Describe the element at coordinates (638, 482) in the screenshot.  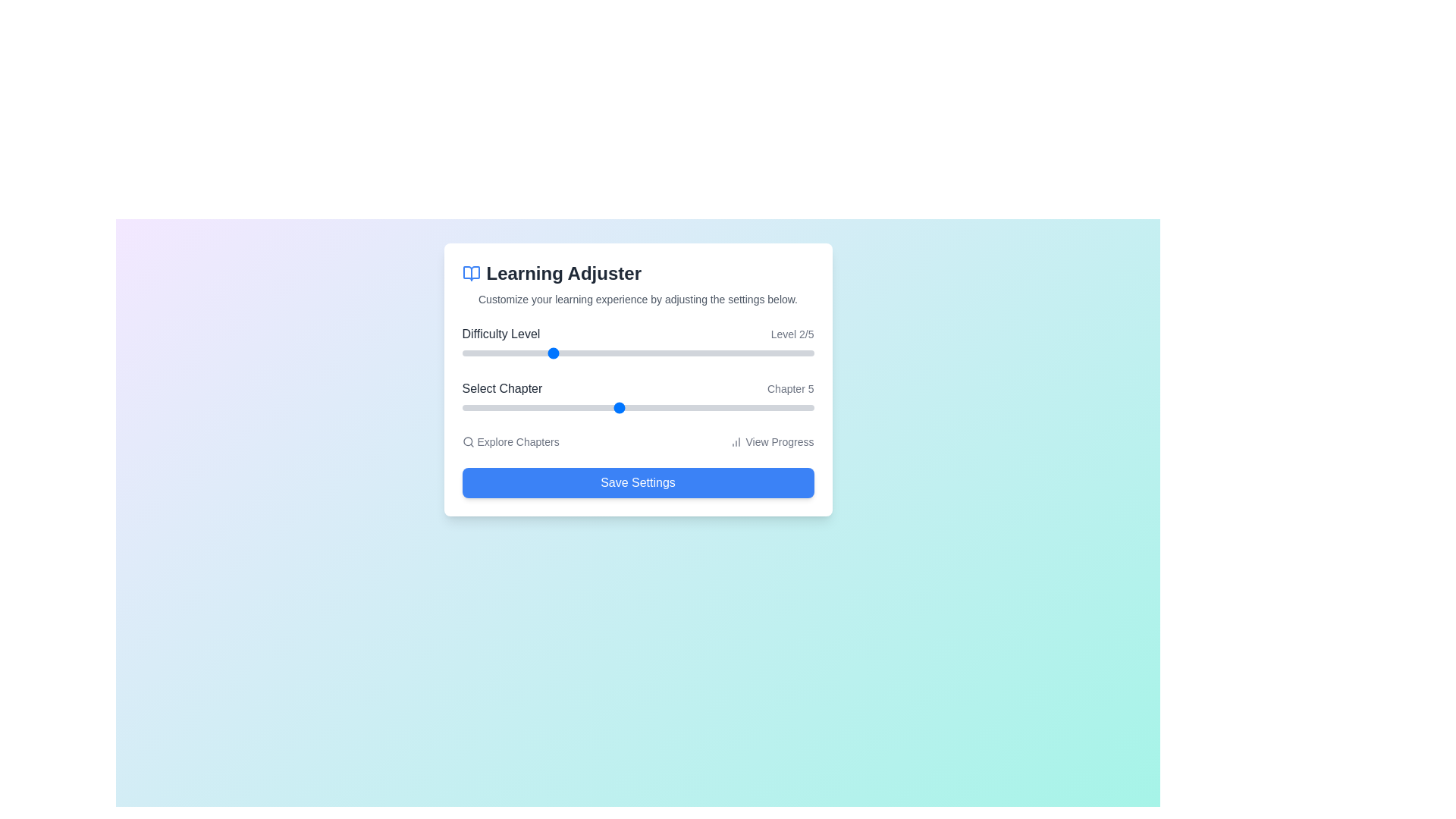
I see `the 'Save Settings' button` at that location.